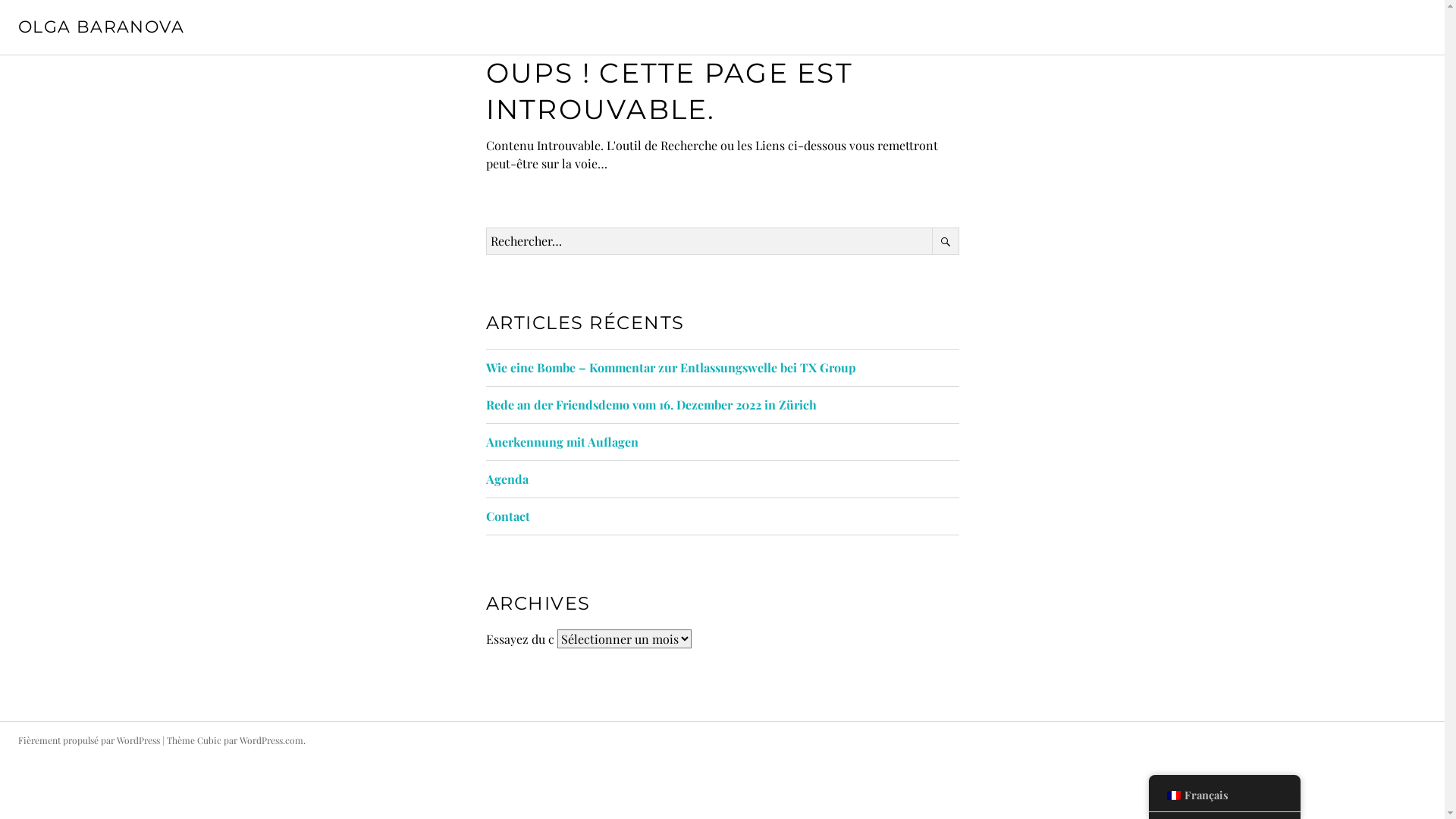 The image size is (1456, 819). I want to click on 'Anerkennung mit Auflagen', so click(560, 441).